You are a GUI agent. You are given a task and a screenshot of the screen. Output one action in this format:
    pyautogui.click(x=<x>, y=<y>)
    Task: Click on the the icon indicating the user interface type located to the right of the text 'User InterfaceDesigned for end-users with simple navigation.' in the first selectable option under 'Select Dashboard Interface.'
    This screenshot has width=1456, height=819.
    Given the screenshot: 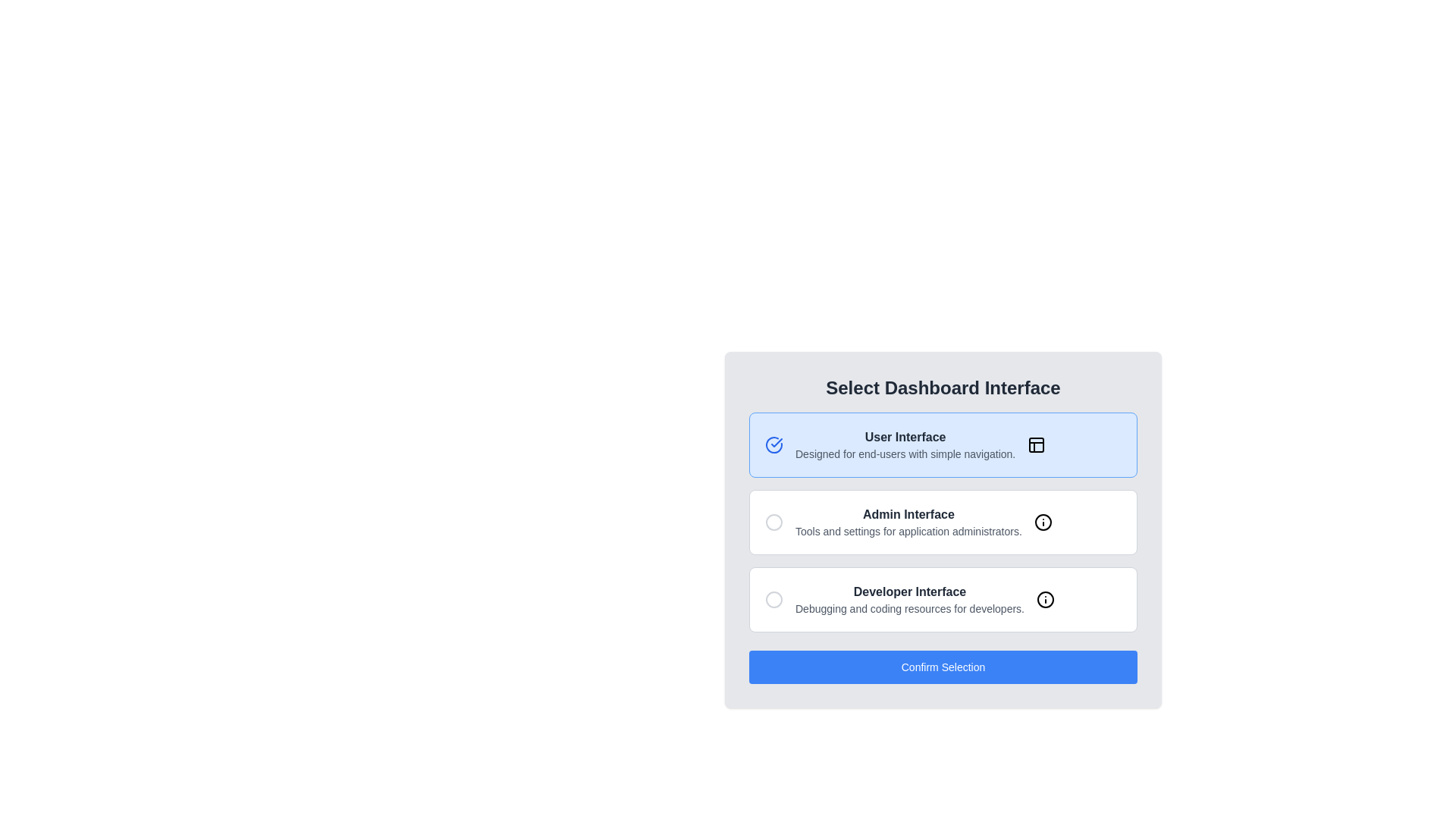 What is the action you would take?
    pyautogui.click(x=1036, y=444)
    